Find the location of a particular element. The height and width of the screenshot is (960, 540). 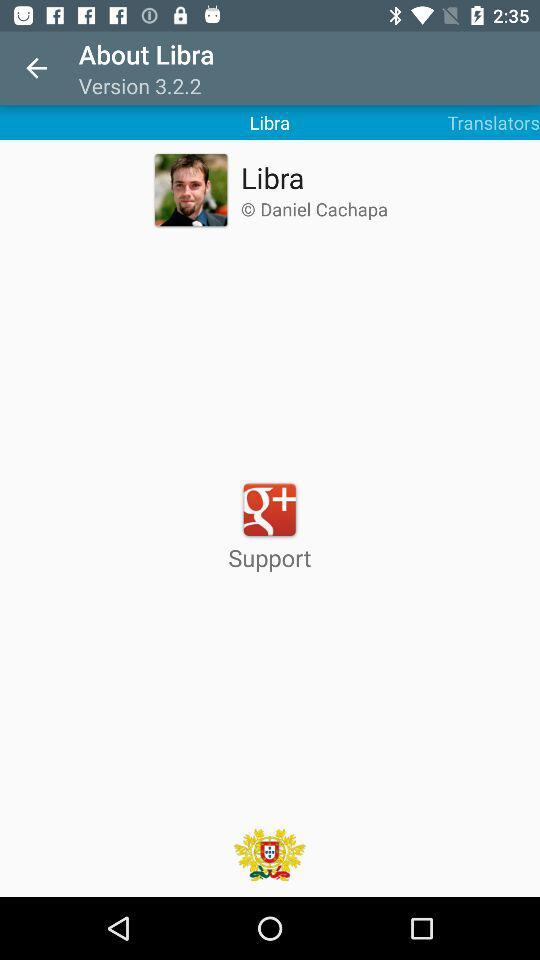

support button is located at coordinates (270, 525).